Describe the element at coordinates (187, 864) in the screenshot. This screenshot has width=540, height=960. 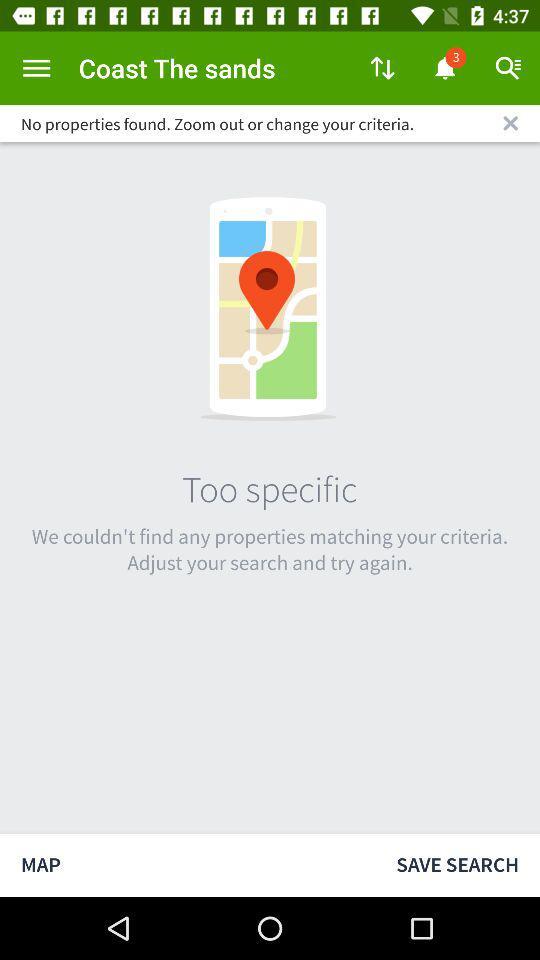
I see `map` at that location.